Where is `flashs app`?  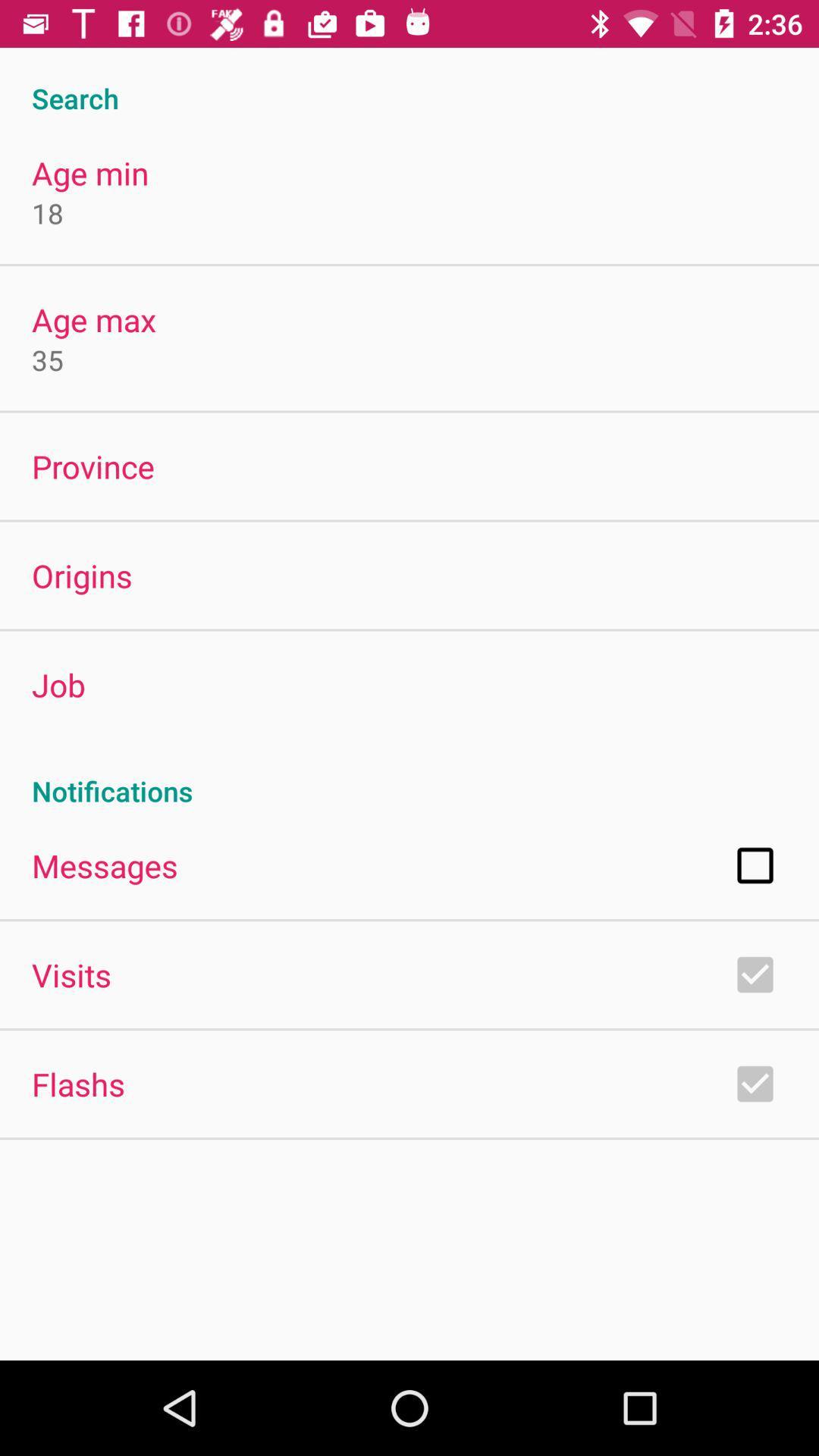 flashs app is located at coordinates (78, 1083).